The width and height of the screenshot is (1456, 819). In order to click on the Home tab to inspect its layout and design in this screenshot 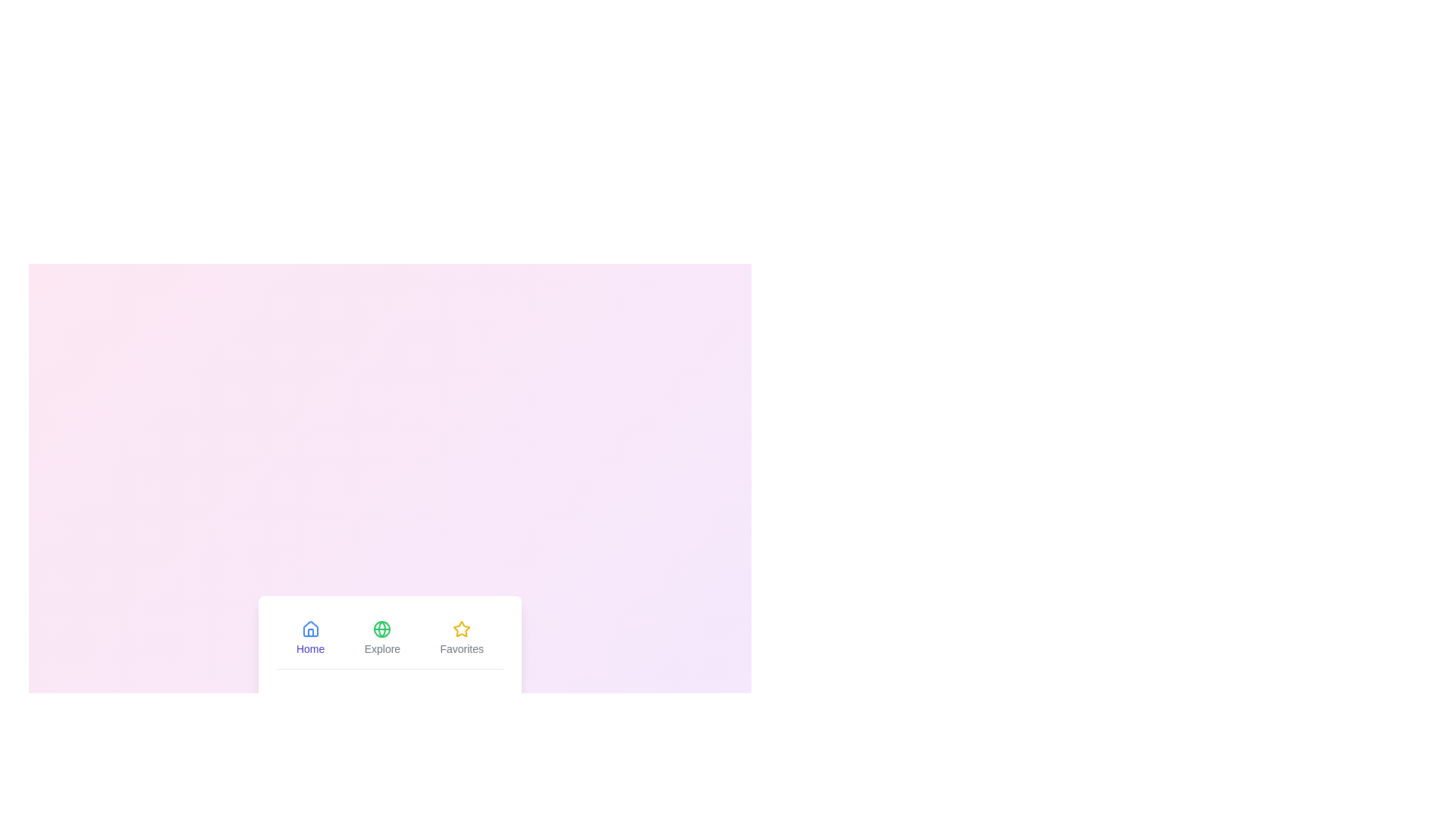, I will do `click(309, 637)`.